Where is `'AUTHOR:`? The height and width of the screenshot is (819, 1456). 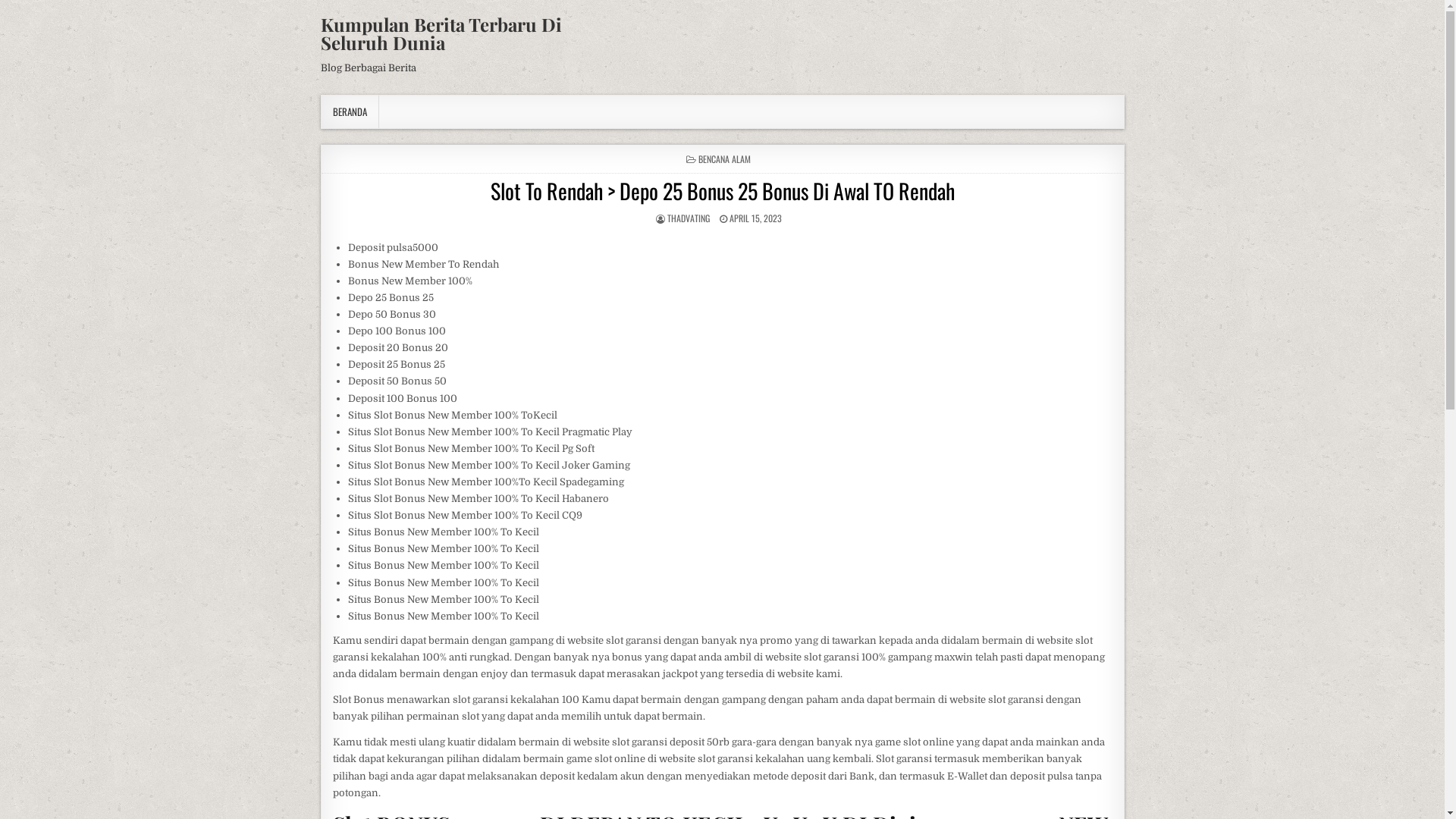
'AUTHOR: is located at coordinates (687, 218).